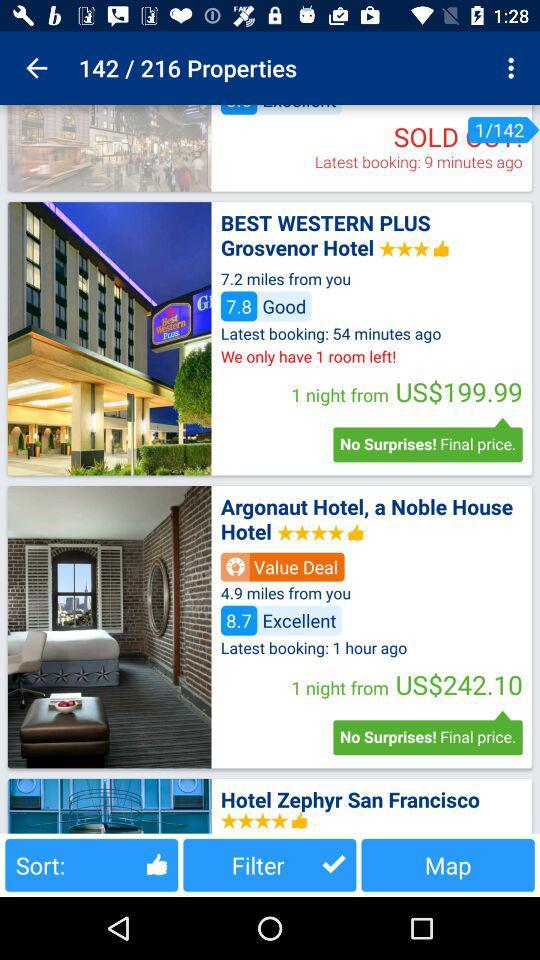 The width and height of the screenshot is (540, 960). I want to click on item next to the 142 / 216 properties, so click(36, 68).